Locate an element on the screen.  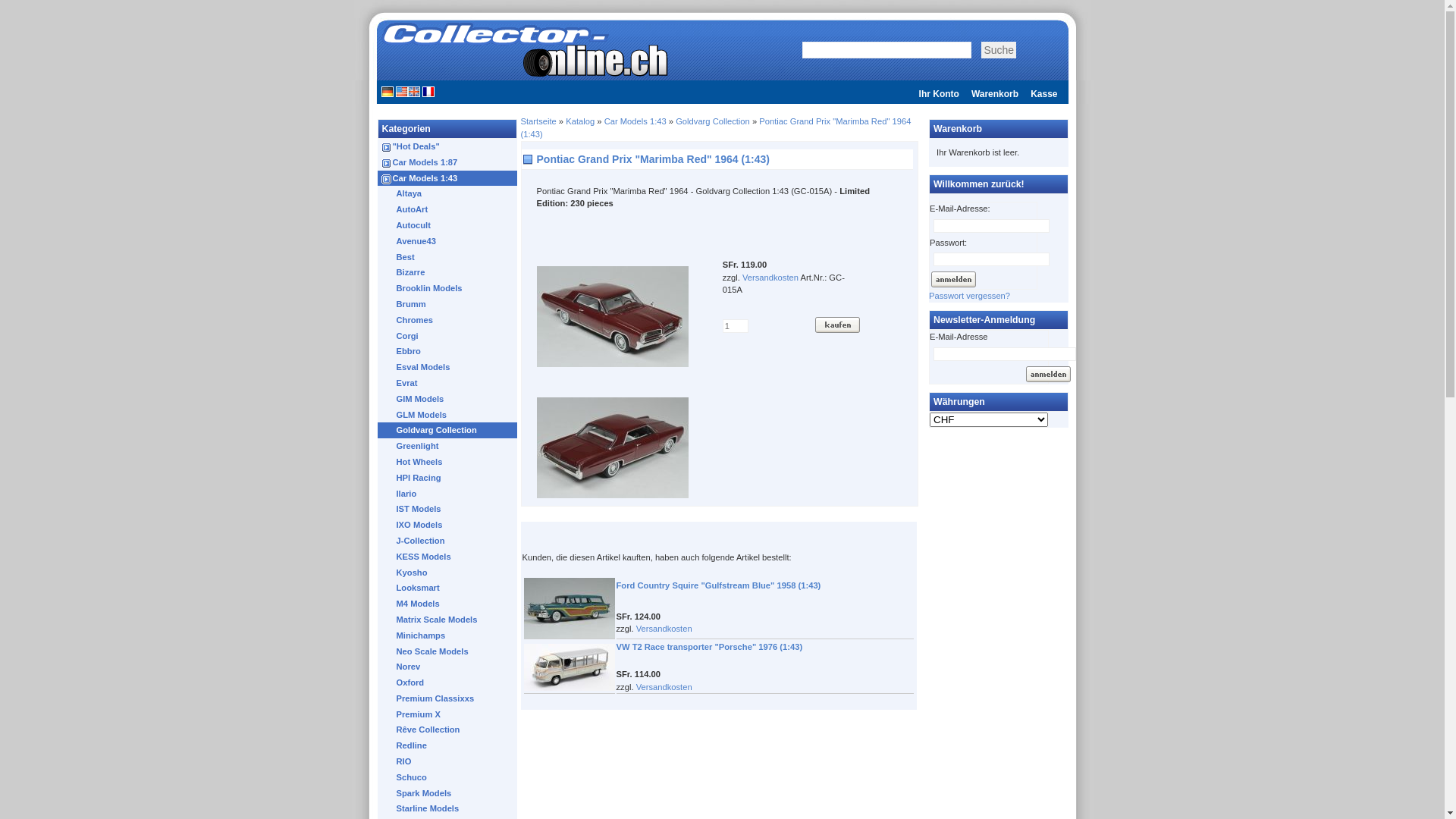
'Ihr Konto' is located at coordinates (938, 93).